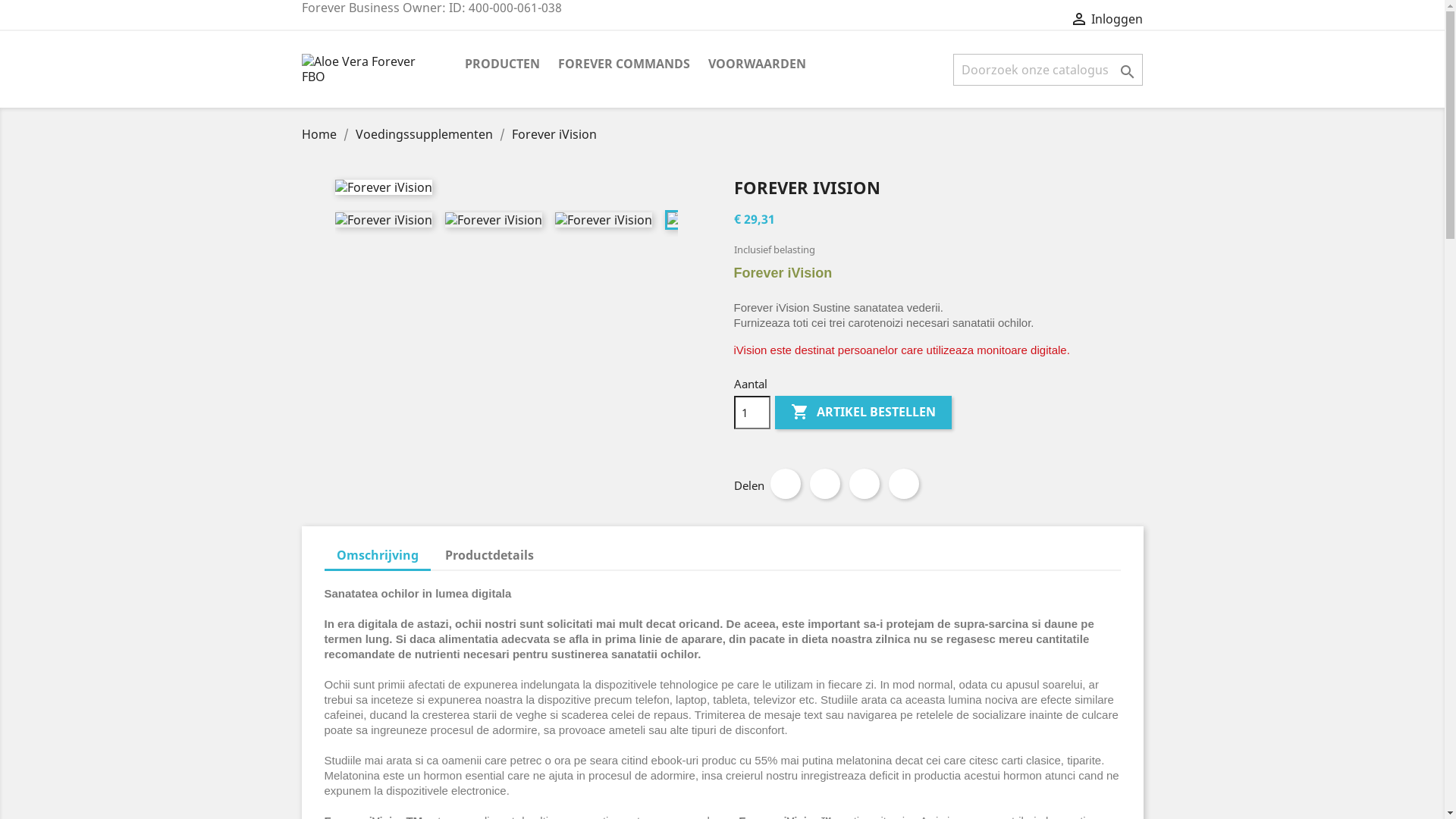 The height and width of the screenshot is (819, 1456). Describe the element at coordinates (757, 64) in the screenshot. I see `'VOORWAARDEN'` at that location.